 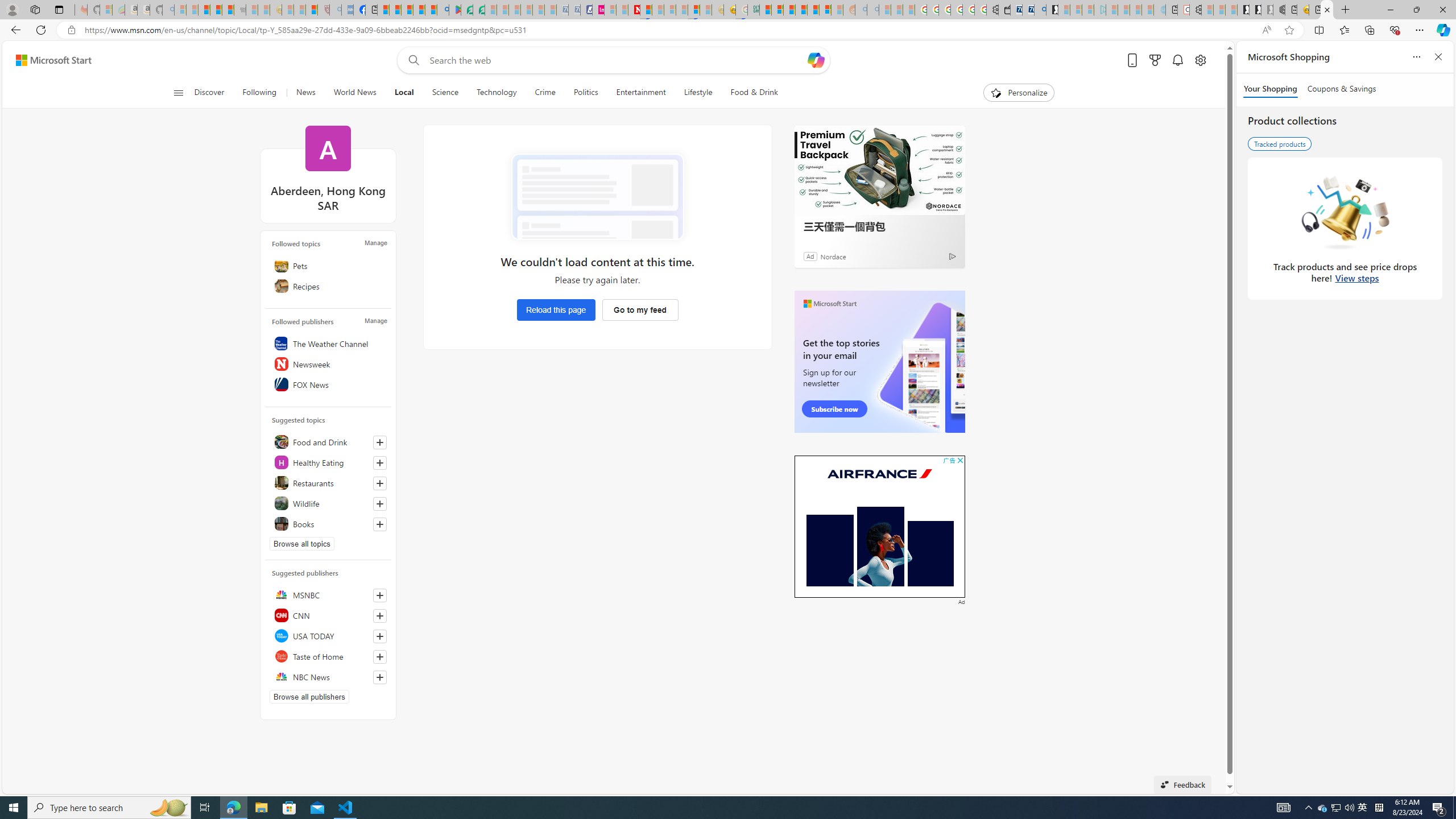 What do you see at coordinates (403, 92) in the screenshot?
I see `'Local'` at bounding box center [403, 92].